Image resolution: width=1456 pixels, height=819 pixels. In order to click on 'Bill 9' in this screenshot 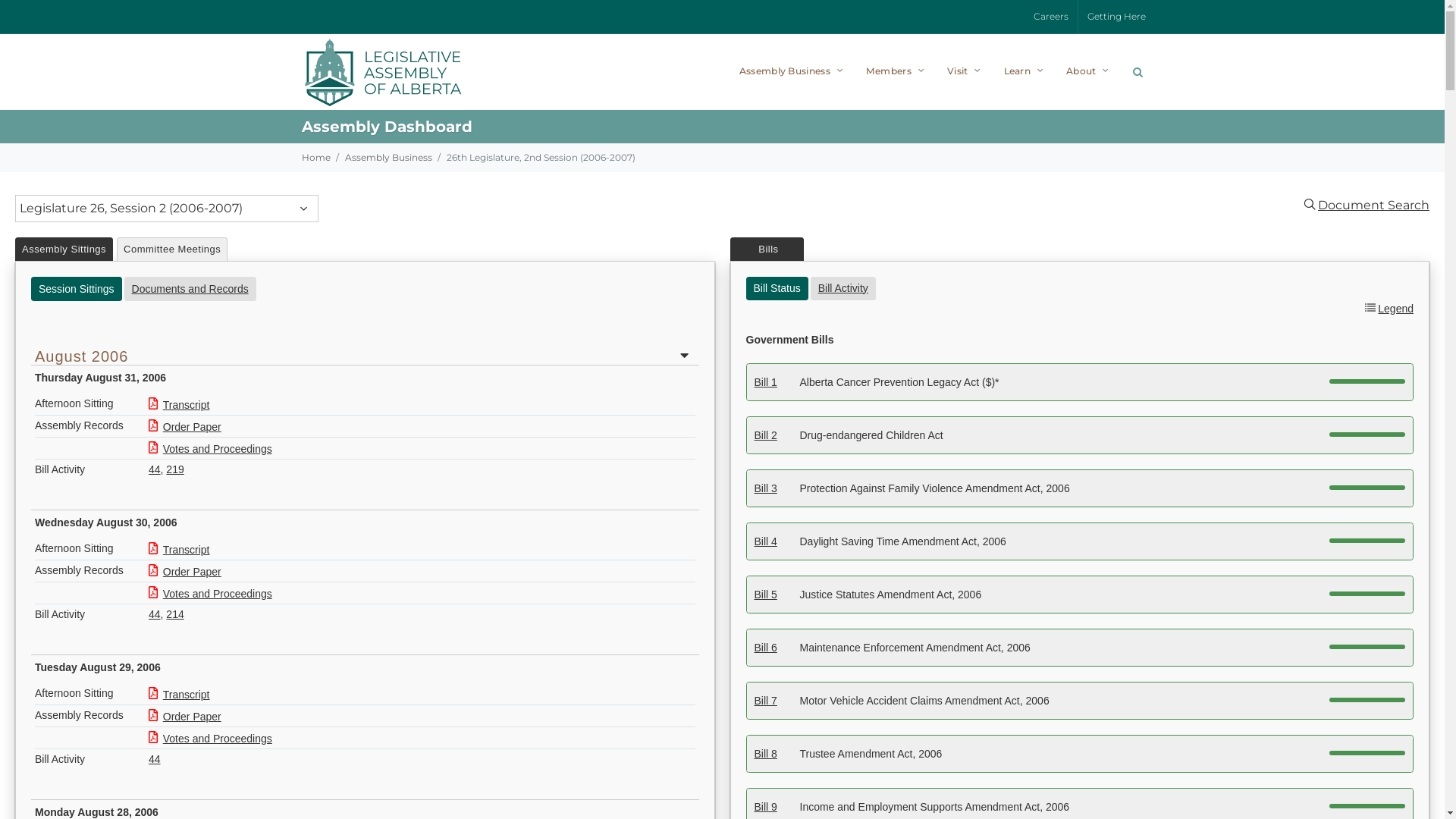, I will do `click(764, 806)`.